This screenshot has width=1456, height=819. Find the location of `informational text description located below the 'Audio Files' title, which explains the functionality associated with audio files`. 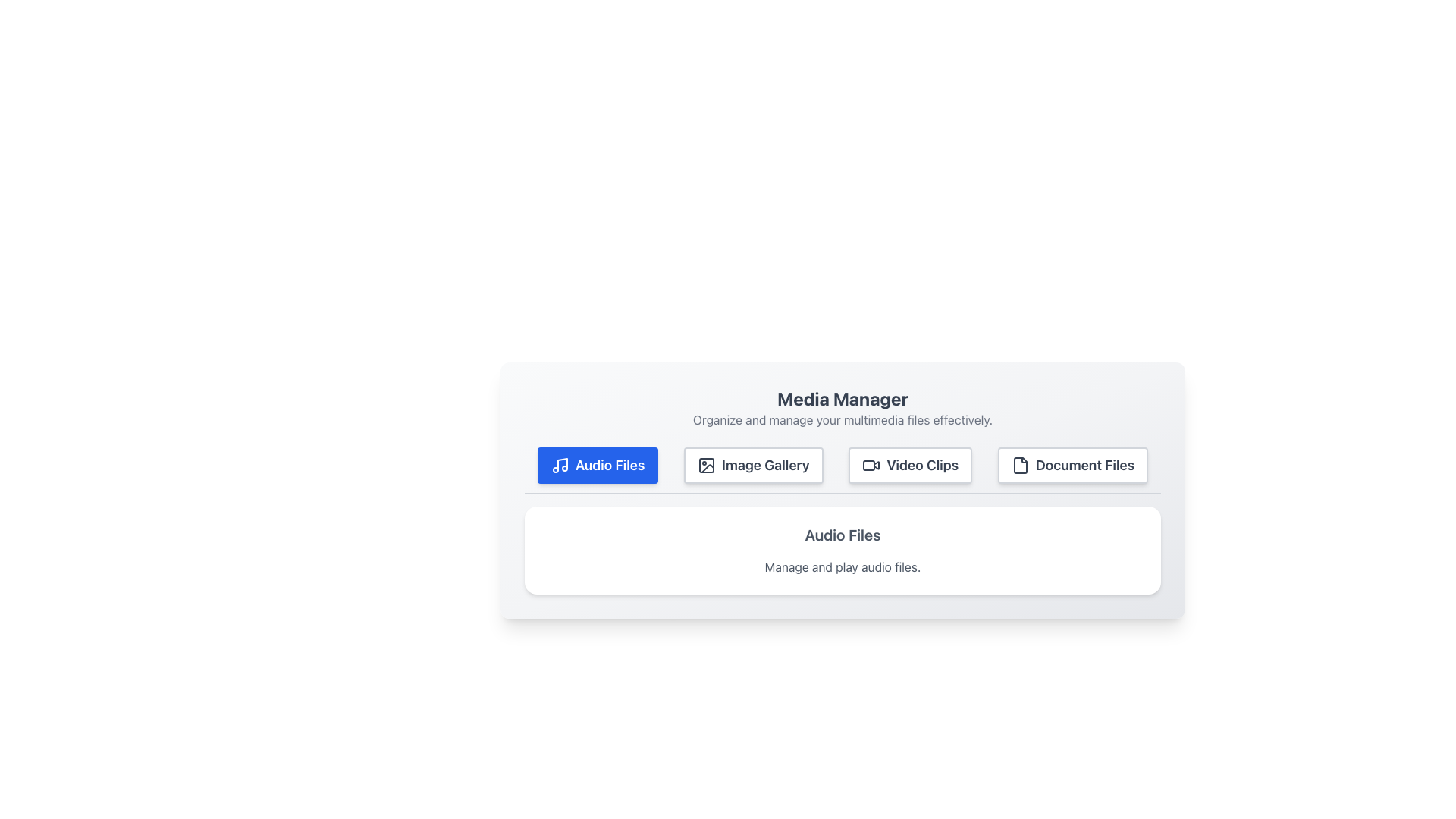

informational text description located below the 'Audio Files' title, which explains the functionality associated with audio files is located at coordinates (842, 567).